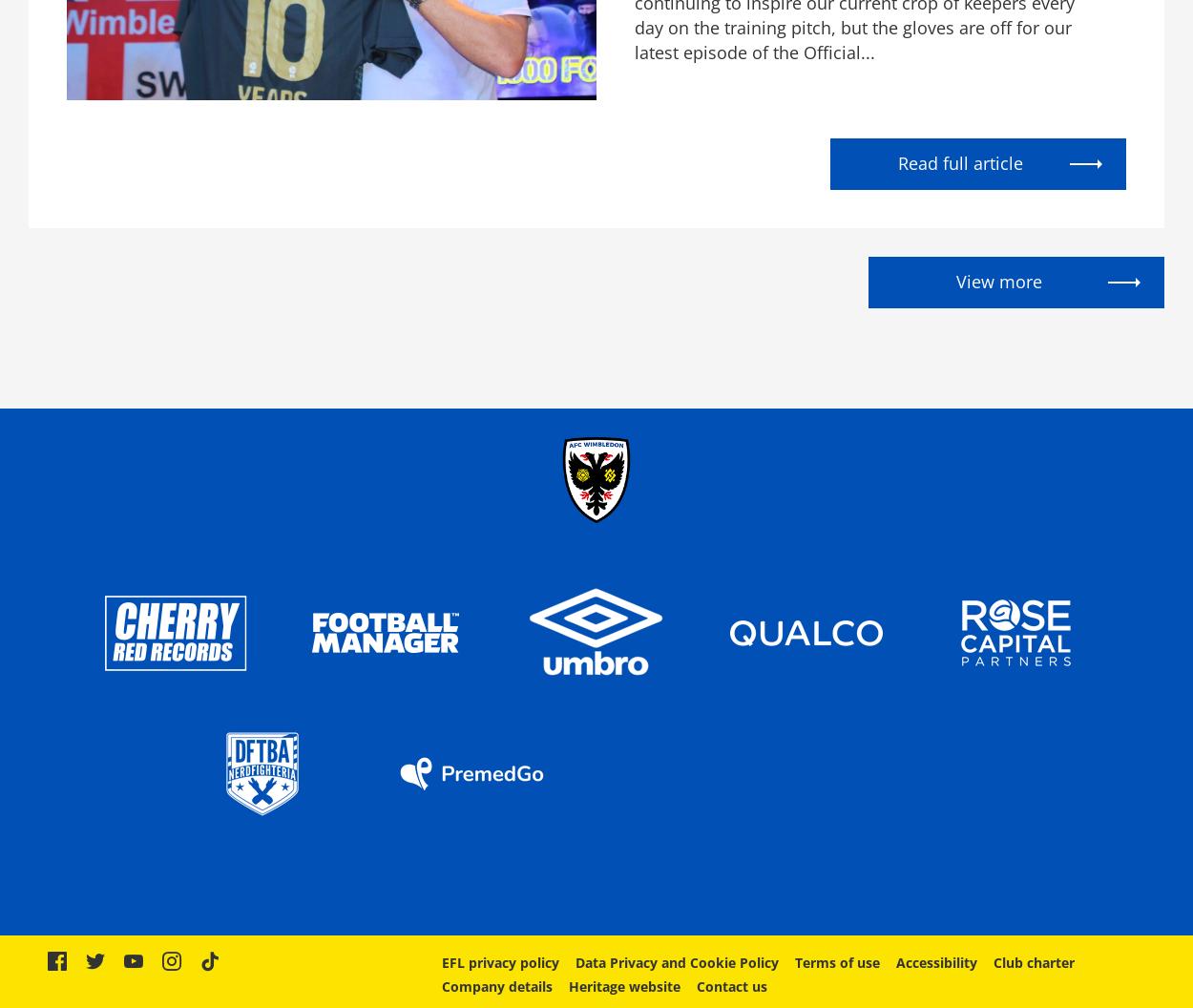 This screenshot has width=1193, height=1008. What do you see at coordinates (955, 282) in the screenshot?
I see `'View more'` at bounding box center [955, 282].